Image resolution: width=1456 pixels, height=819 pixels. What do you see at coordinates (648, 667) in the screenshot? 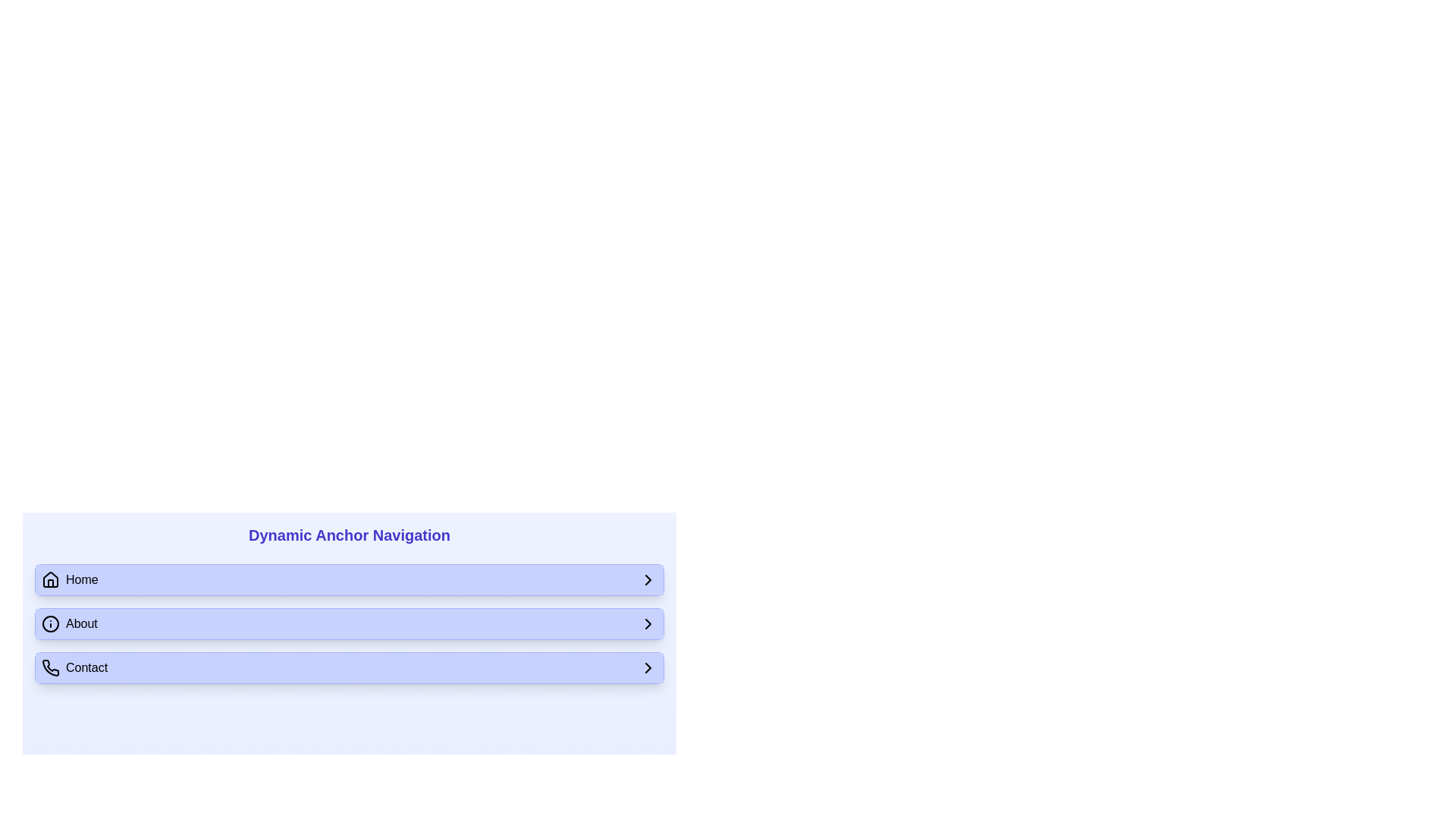
I see `the icon located to the far right of the 'Contact' row in the third horizontal navigation item` at bounding box center [648, 667].